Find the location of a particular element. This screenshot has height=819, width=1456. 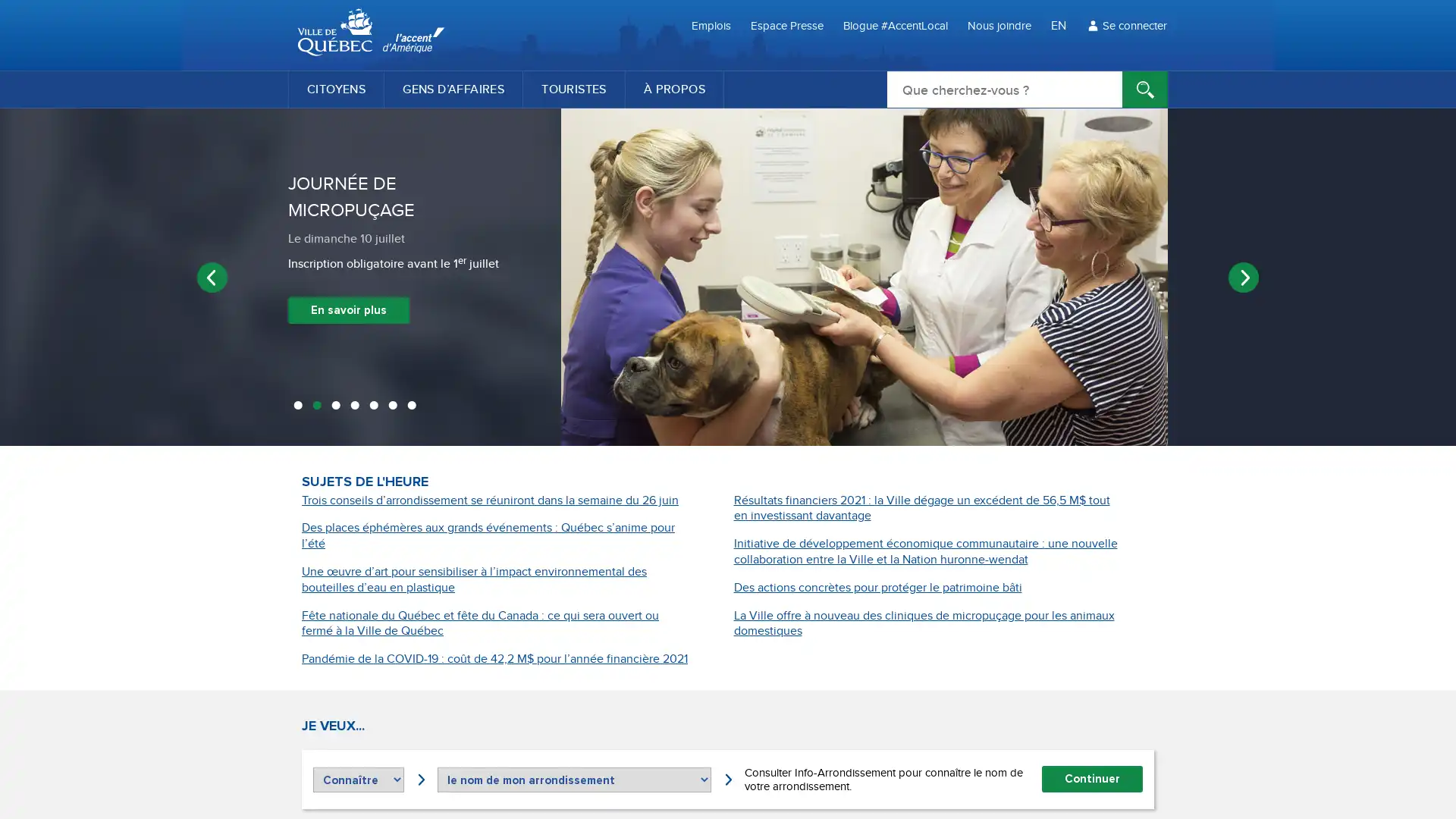

Rechercher is located at coordinates (1145, 89).